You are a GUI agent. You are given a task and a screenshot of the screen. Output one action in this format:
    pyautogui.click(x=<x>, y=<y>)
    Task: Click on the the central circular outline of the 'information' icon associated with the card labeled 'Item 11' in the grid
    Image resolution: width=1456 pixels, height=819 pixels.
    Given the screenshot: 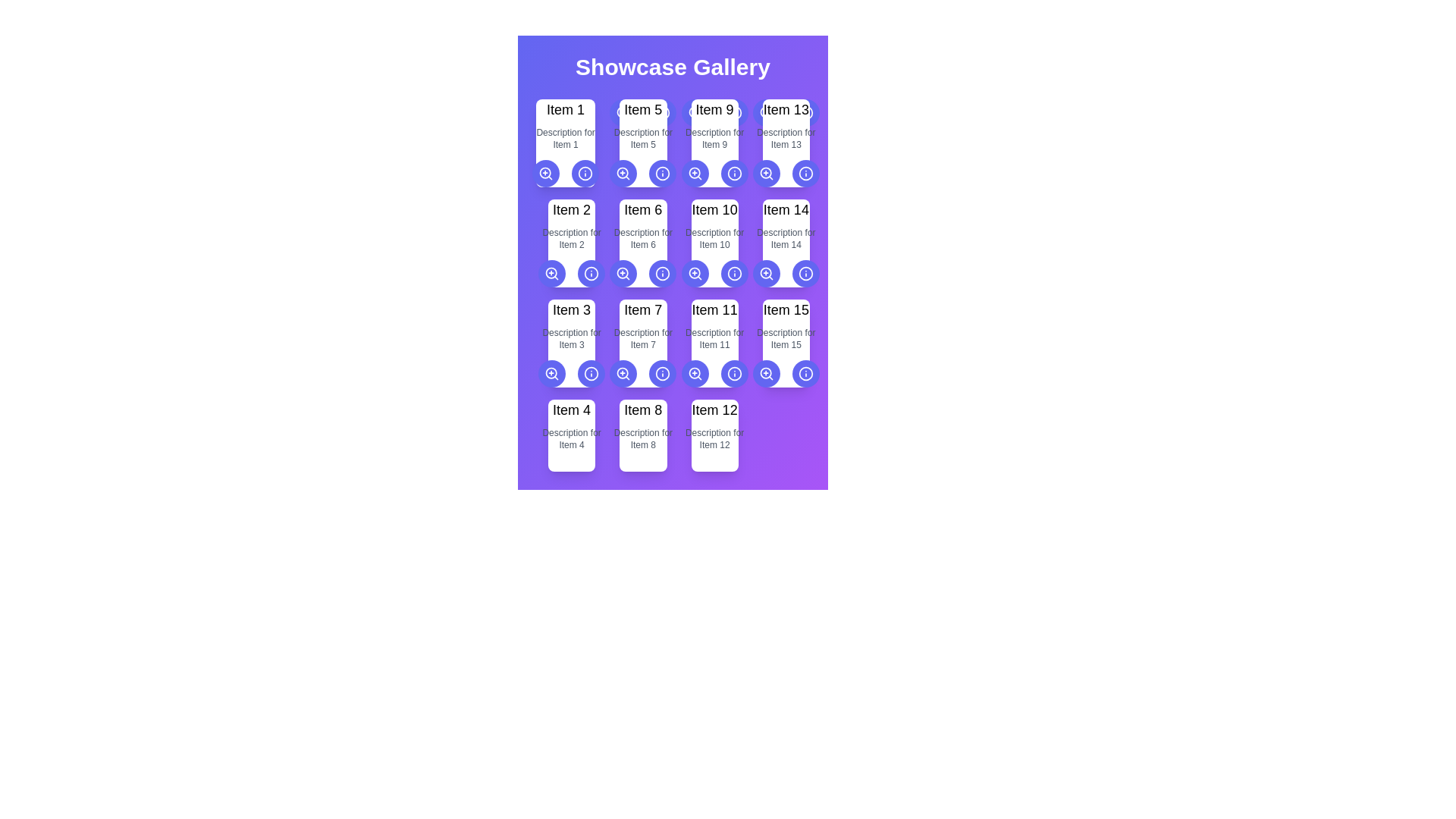 What is the action you would take?
    pyautogui.click(x=734, y=374)
    